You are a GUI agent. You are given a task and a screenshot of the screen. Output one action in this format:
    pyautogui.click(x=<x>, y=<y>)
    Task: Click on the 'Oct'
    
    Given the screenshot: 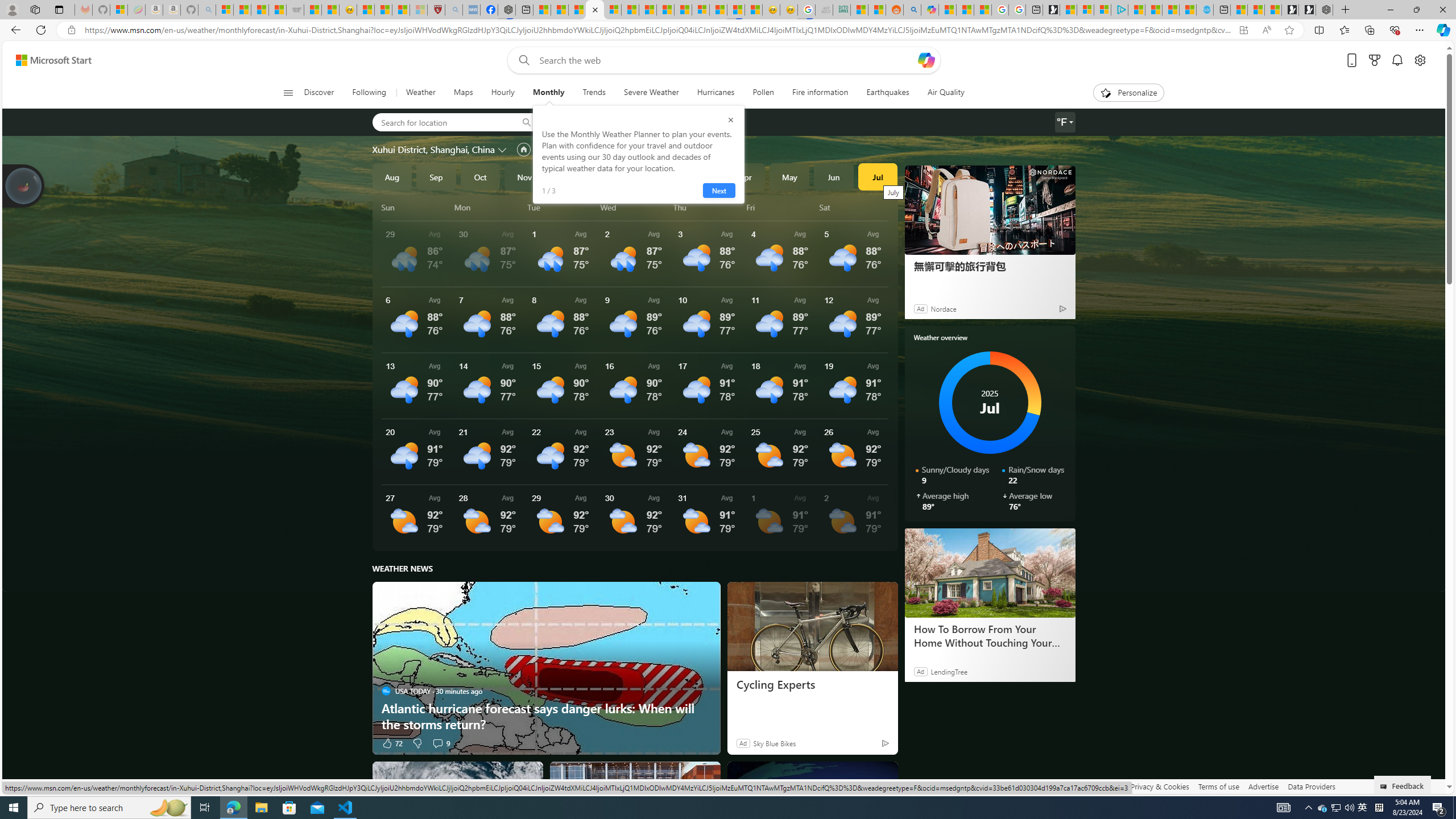 What is the action you would take?
    pyautogui.click(x=479, y=176)
    